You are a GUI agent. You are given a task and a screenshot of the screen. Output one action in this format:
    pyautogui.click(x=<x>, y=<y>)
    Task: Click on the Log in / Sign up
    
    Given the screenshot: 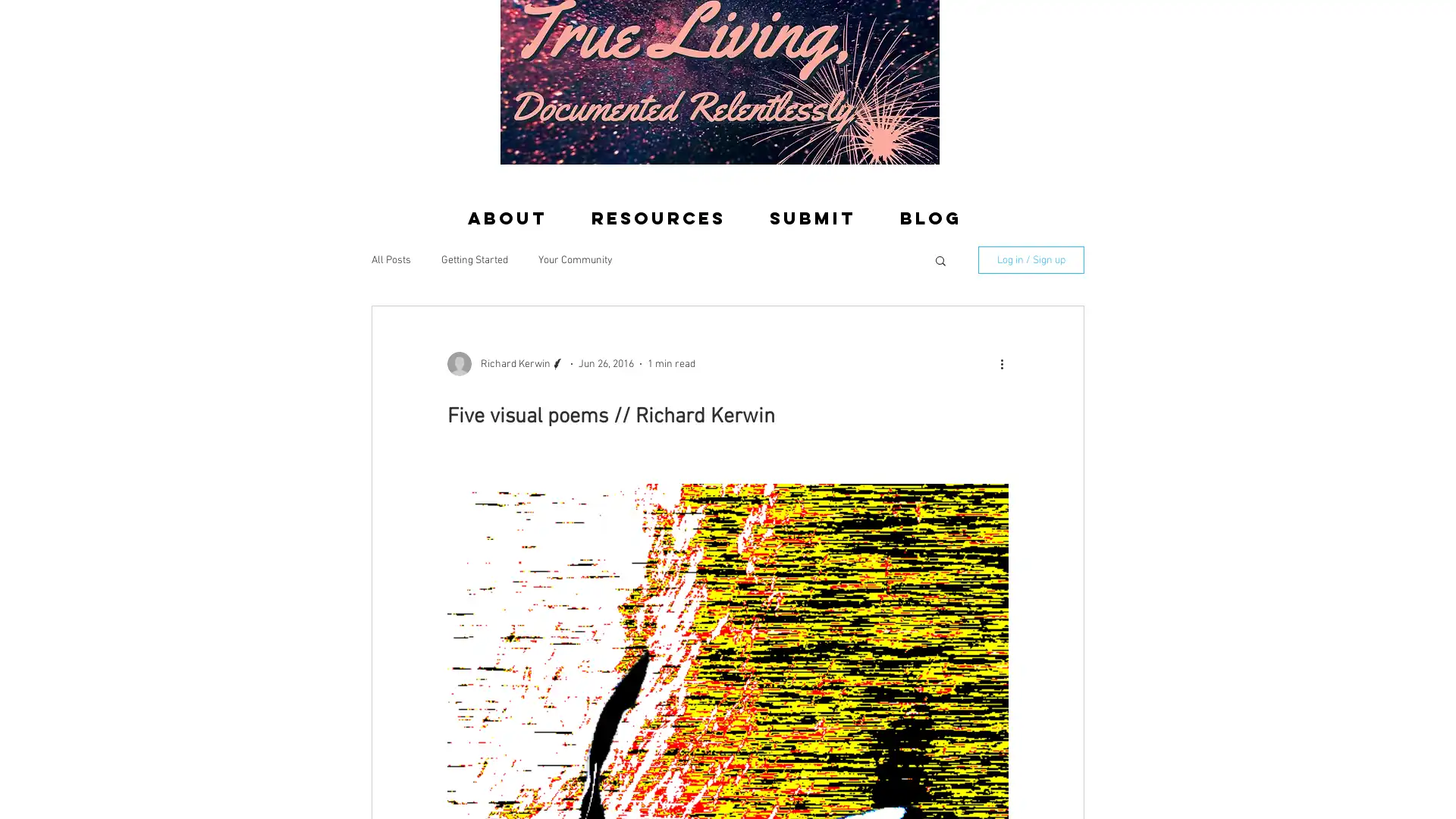 What is the action you would take?
    pyautogui.click(x=1031, y=259)
    